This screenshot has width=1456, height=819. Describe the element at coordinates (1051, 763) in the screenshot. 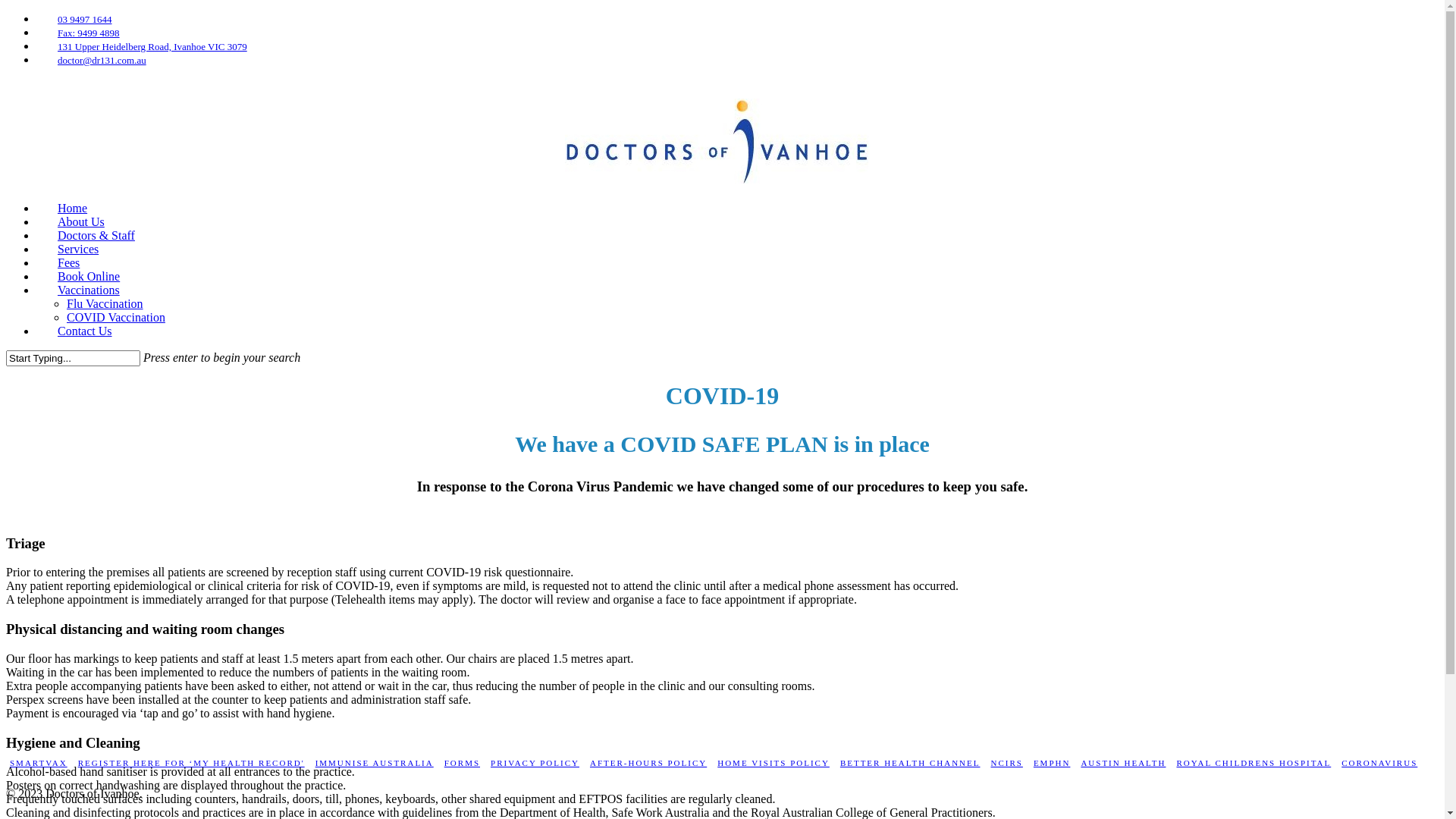

I see `'EMPHN'` at that location.